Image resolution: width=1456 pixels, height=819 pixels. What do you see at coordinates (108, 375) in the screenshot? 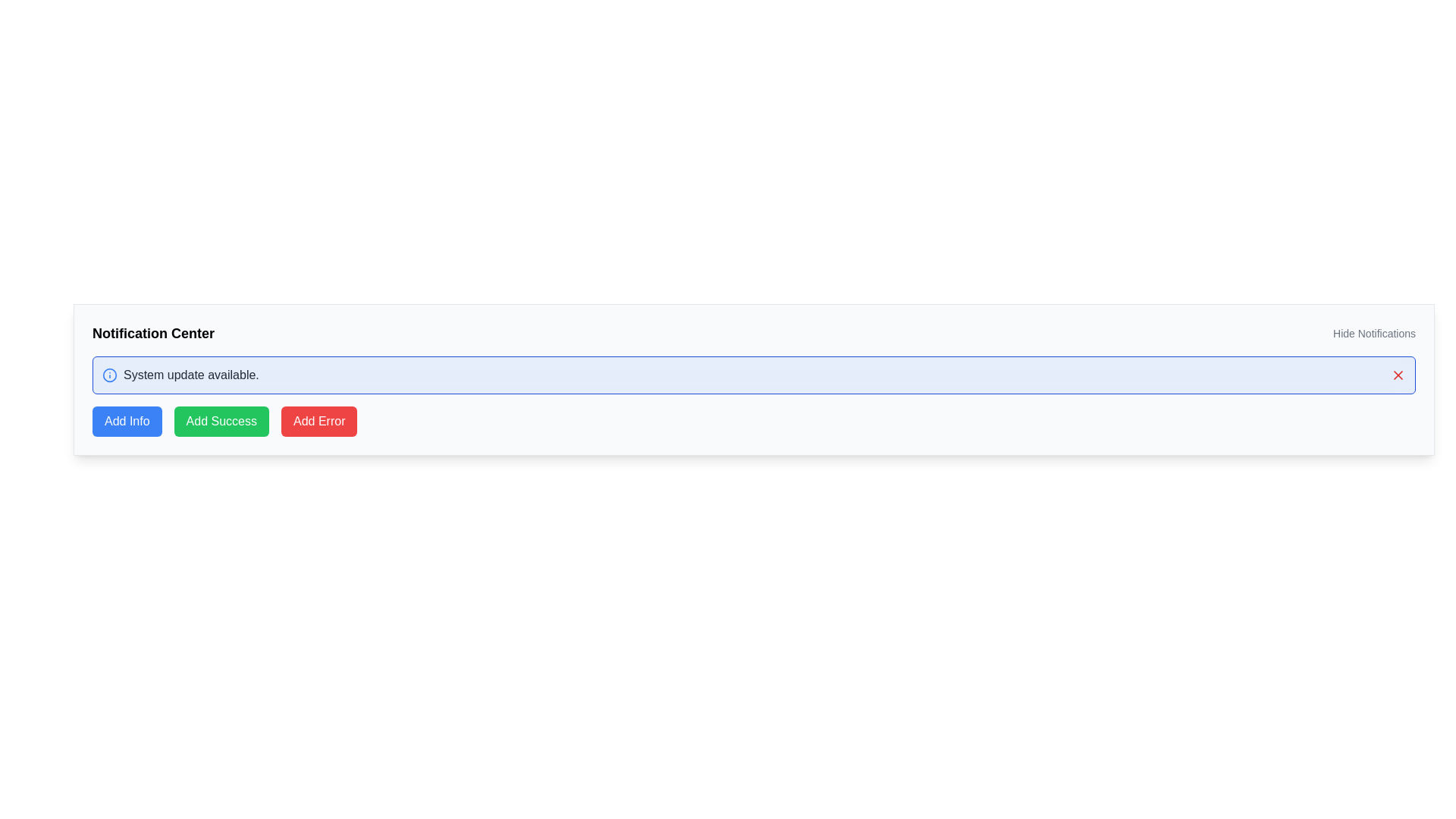
I see `the circular icon with a blue outline and black content area, which is part of the 'System update available' notification near the top-left corner` at bounding box center [108, 375].